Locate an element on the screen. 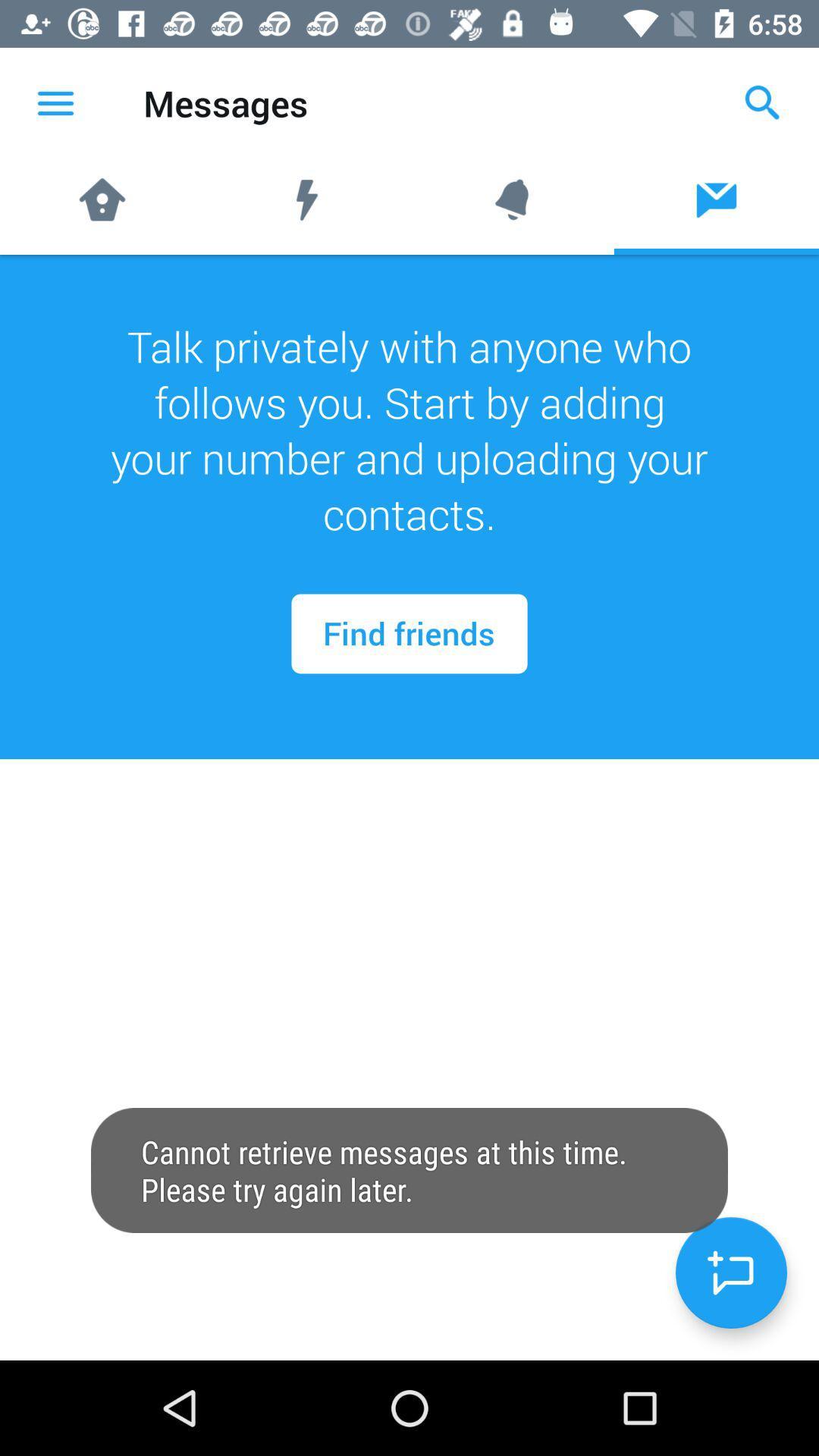  the chat icon is located at coordinates (730, 1272).